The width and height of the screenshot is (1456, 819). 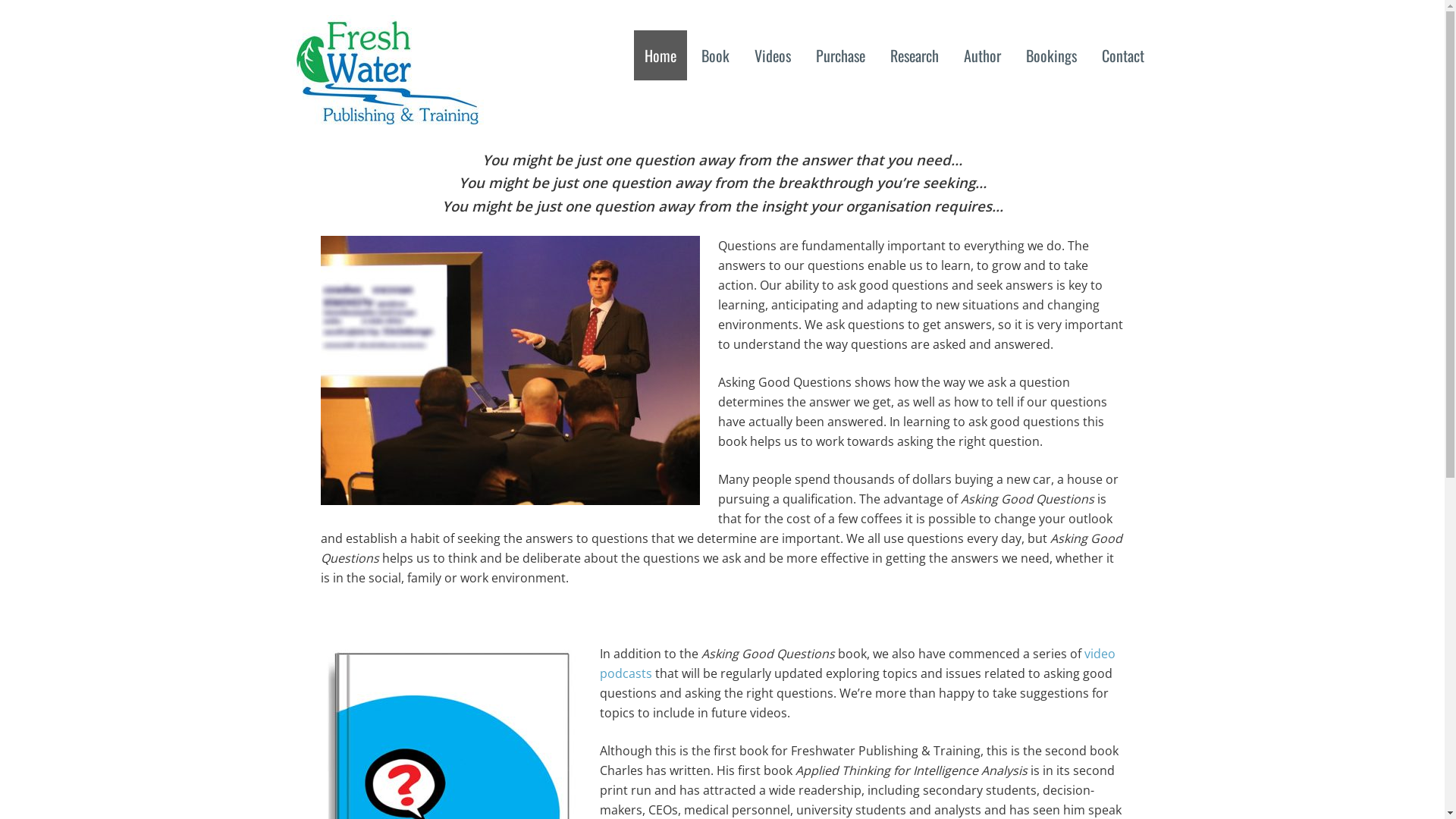 I want to click on 'Freshwater Publishing & Training', so click(x=386, y=114).